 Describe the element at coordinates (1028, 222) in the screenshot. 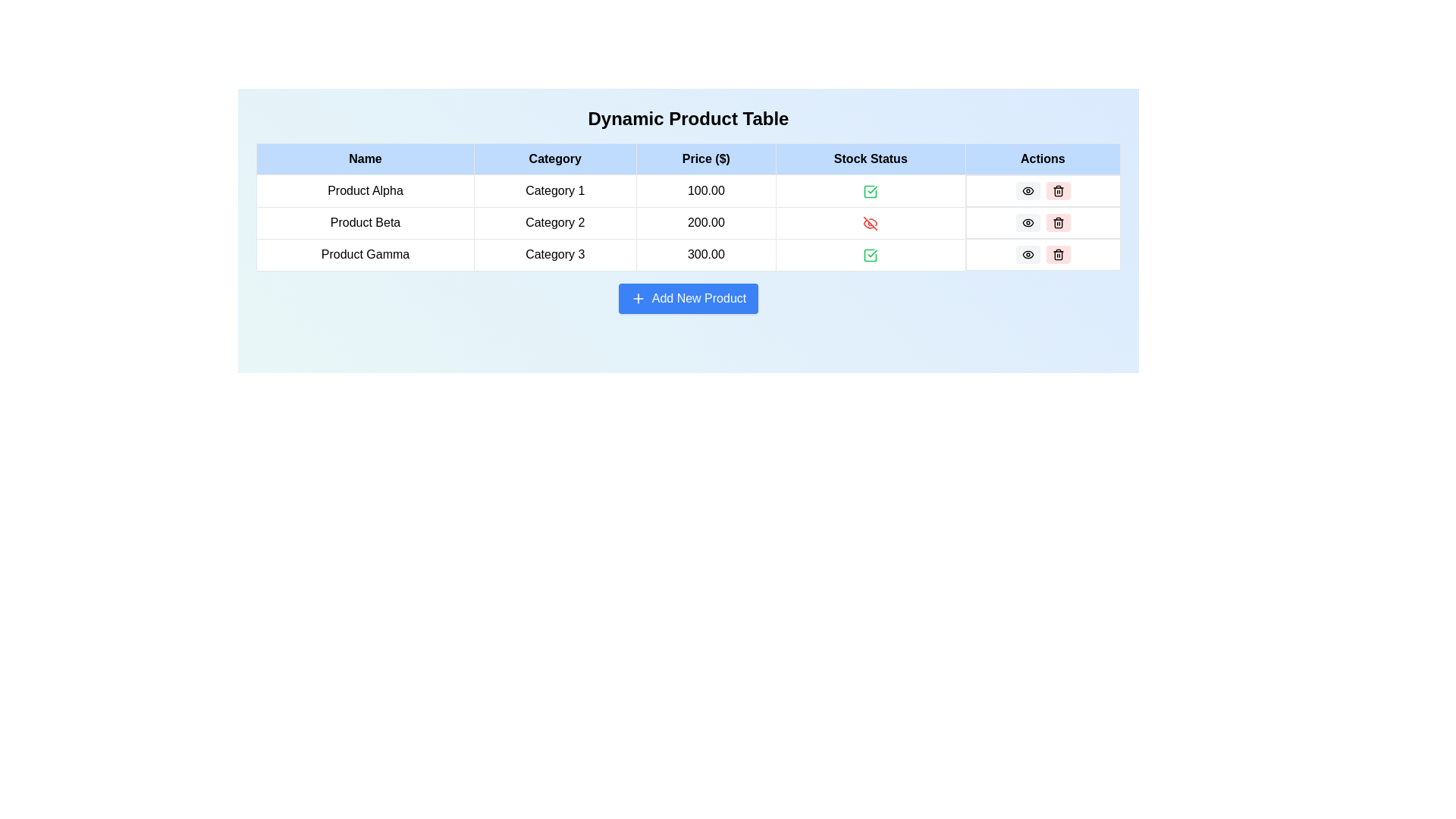

I see `the eye icon button in the 'Actions' column of the second row, which represents the 'view' action for 'Product Beta'` at that location.